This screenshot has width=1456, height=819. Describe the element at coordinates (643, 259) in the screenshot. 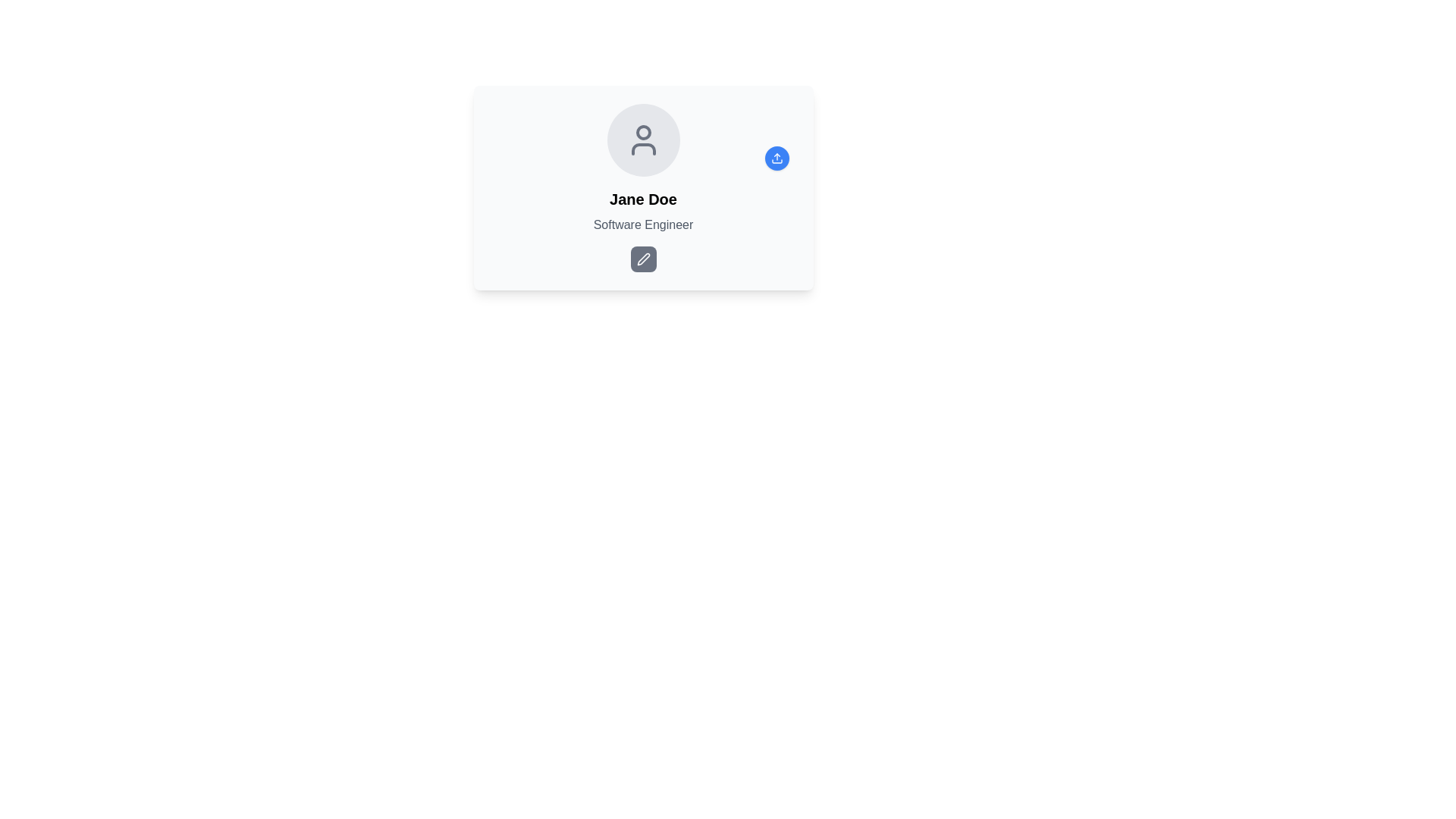

I see `the pen icon used for editing user details located within a rounded square button at the bottom of the user card by` at that location.